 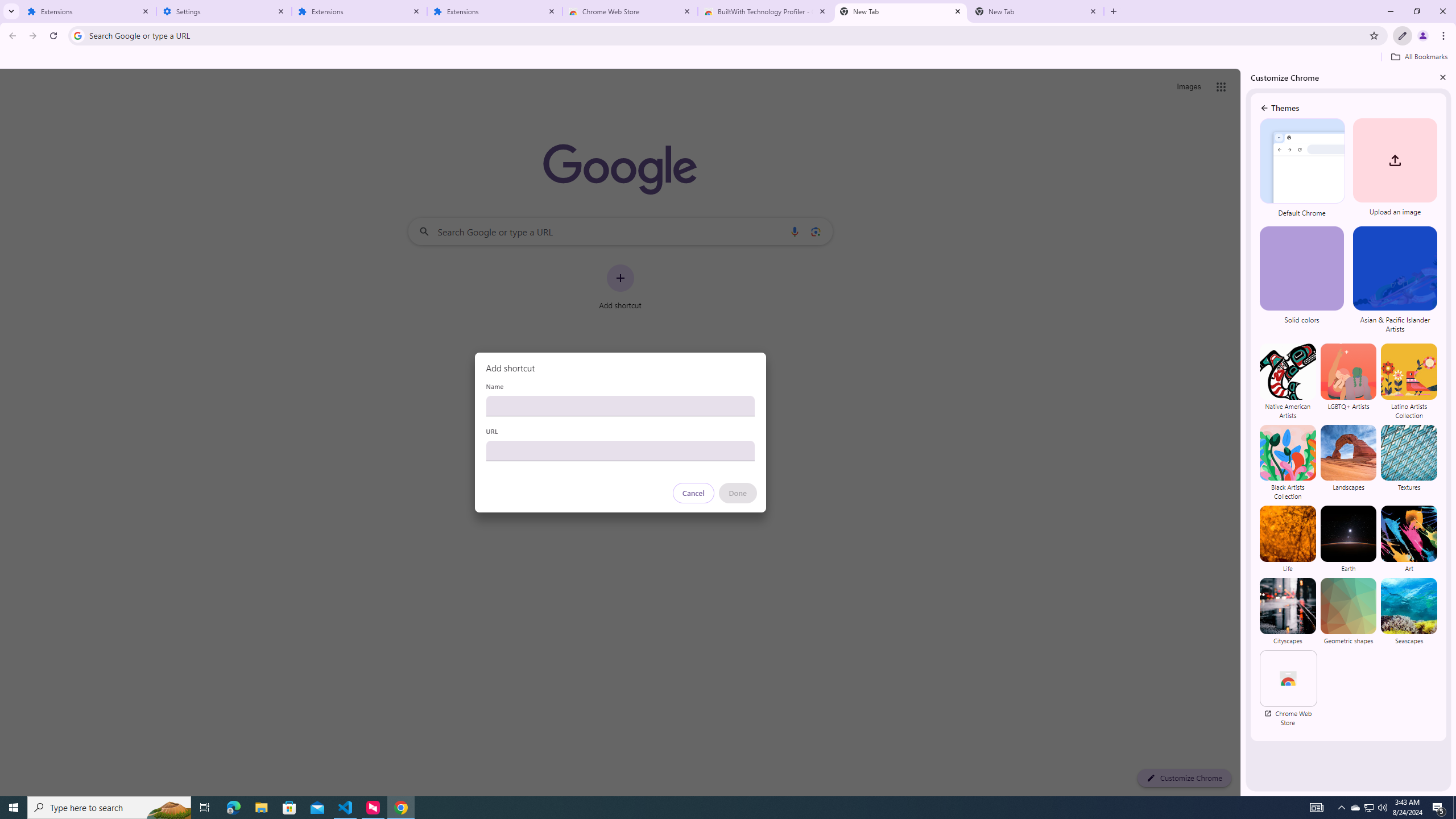 What do you see at coordinates (619, 450) in the screenshot?
I see `'URL'` at bounding box center [619, 450].